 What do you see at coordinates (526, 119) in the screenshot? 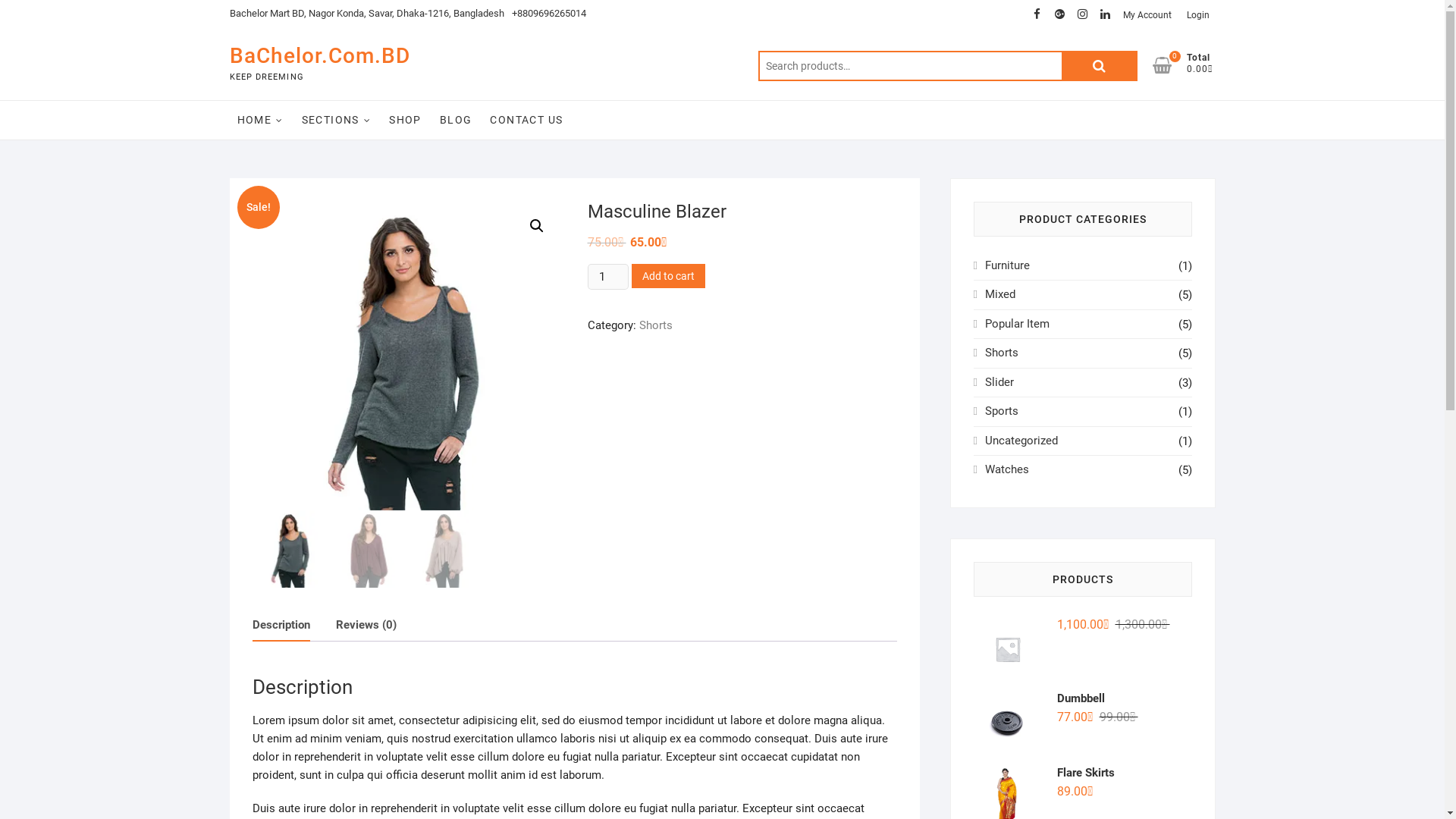
I see `'CONTACT US'` at bounding box center [526, 119].